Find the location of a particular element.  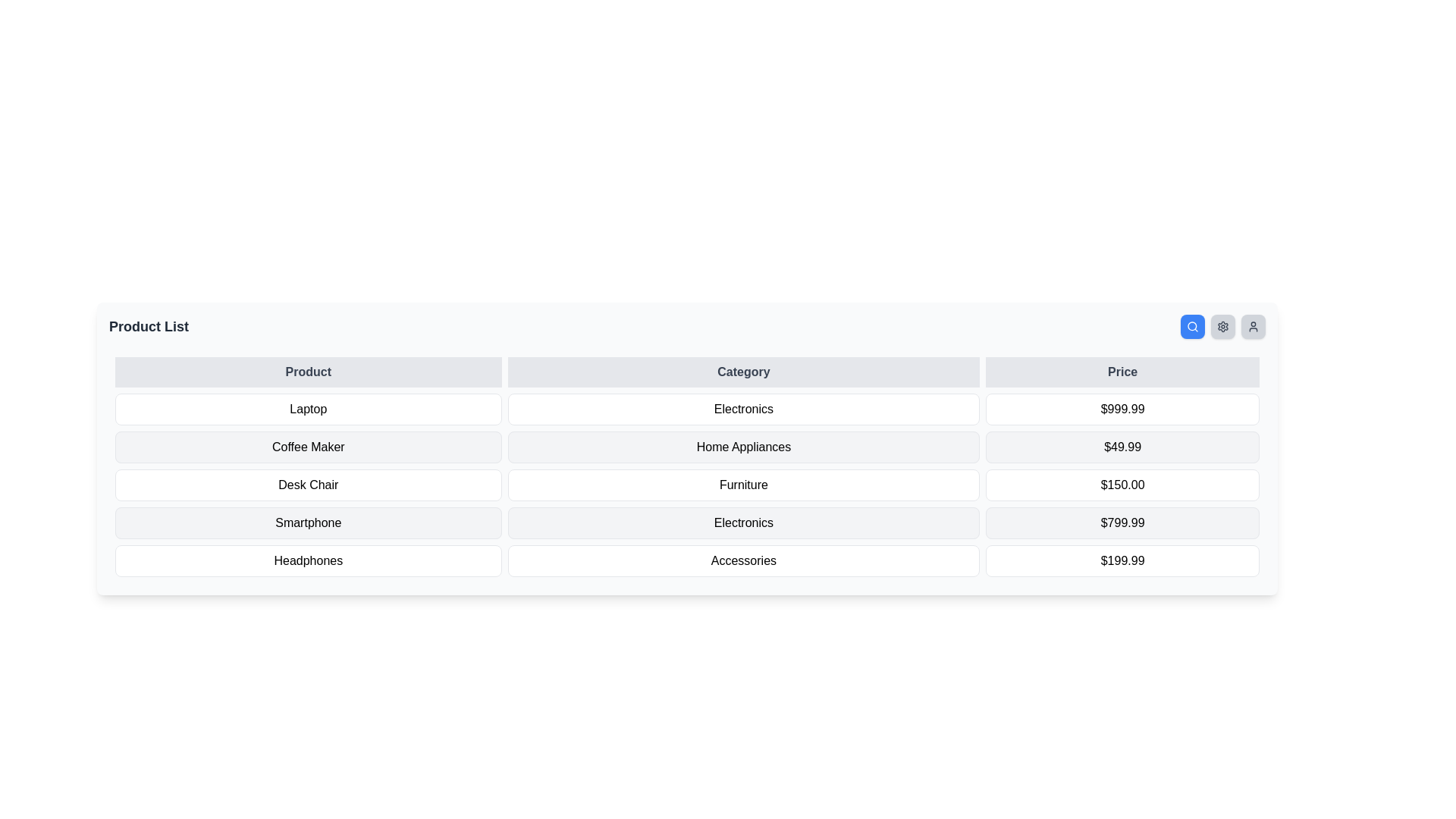

the third row of the product listing table, which contains details about a specific item is located at coordinates (686, 485).